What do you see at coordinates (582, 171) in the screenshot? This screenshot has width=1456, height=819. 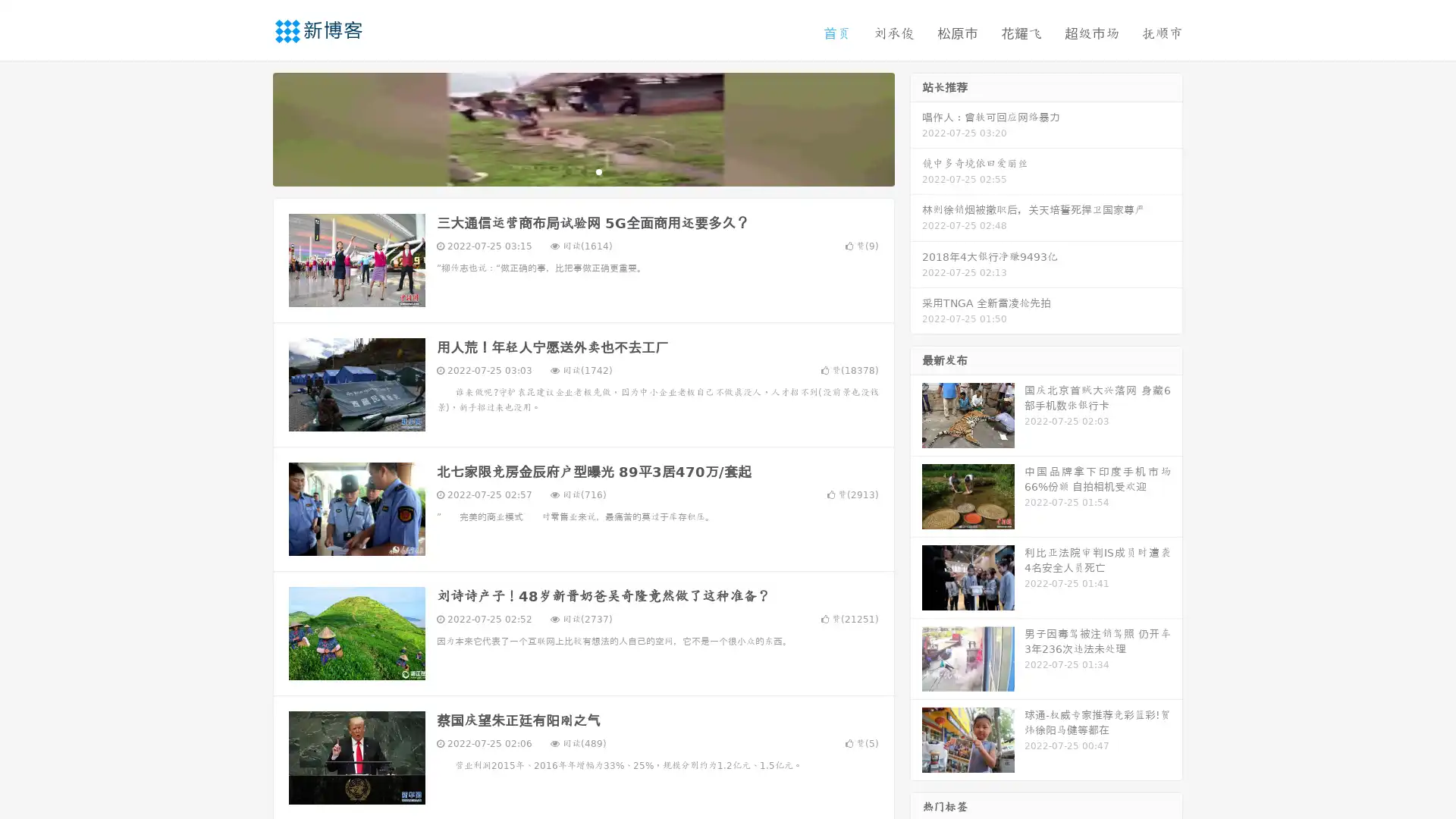 I see `Go to slide 2` at bounding box center [582, 171].